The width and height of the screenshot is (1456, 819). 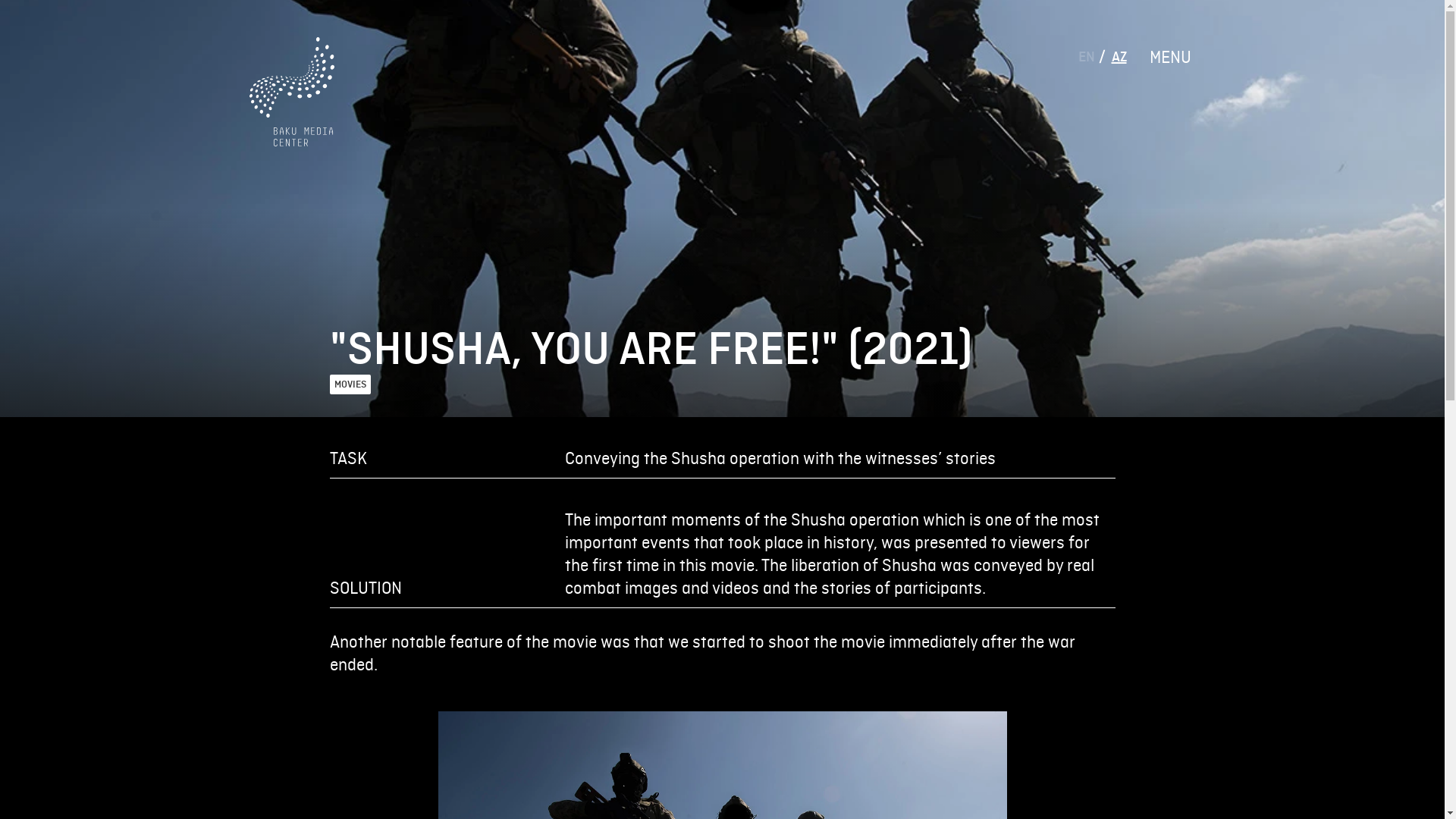 I want to click on 'AZ', so click(x=1111, y=55).